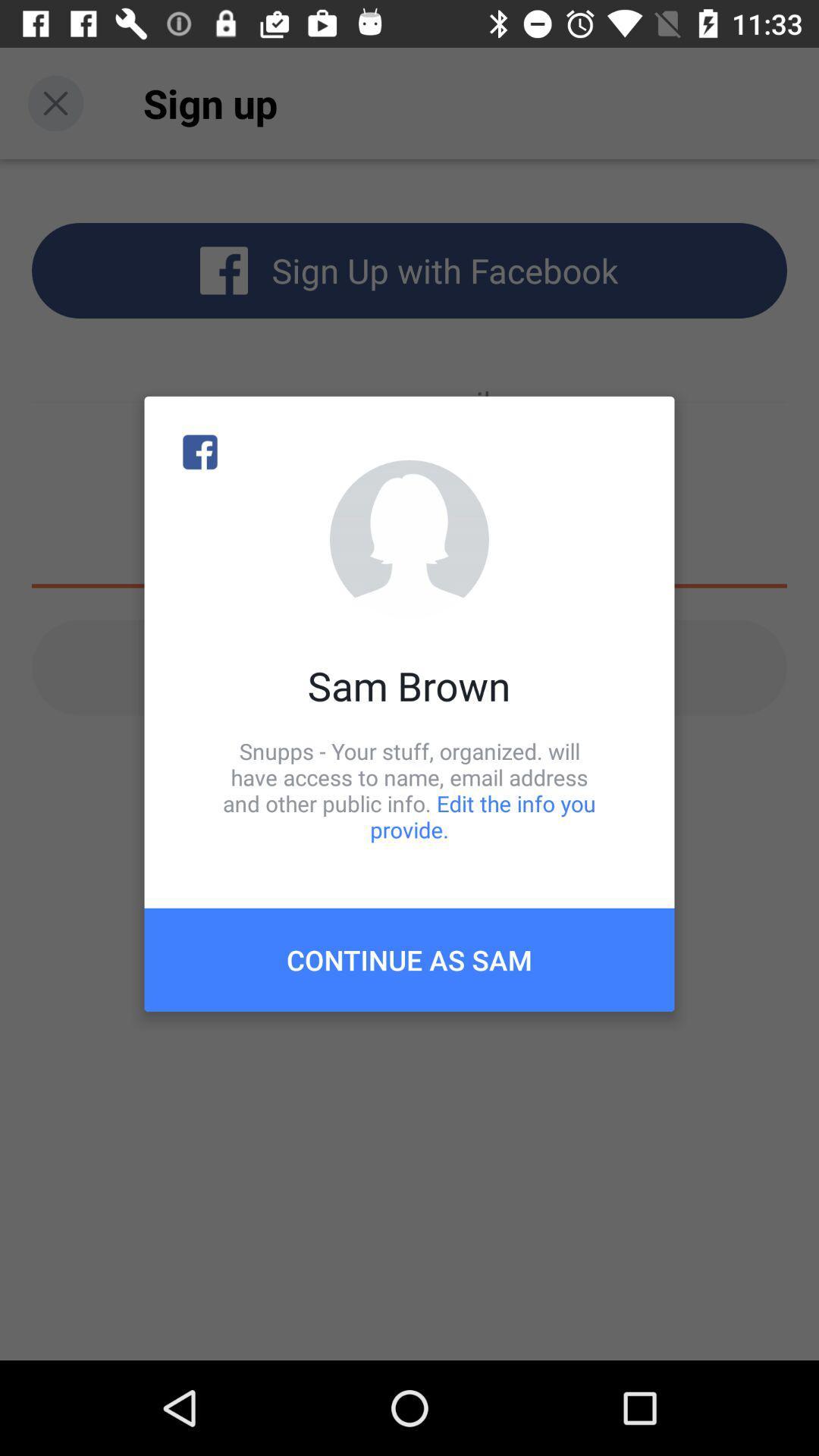 Image resolution: width=819 pixels, height=1456 pixels. Describe the element at coordinates (409, 789) in the screenshot. I see `the item below the sam brown` at that location.